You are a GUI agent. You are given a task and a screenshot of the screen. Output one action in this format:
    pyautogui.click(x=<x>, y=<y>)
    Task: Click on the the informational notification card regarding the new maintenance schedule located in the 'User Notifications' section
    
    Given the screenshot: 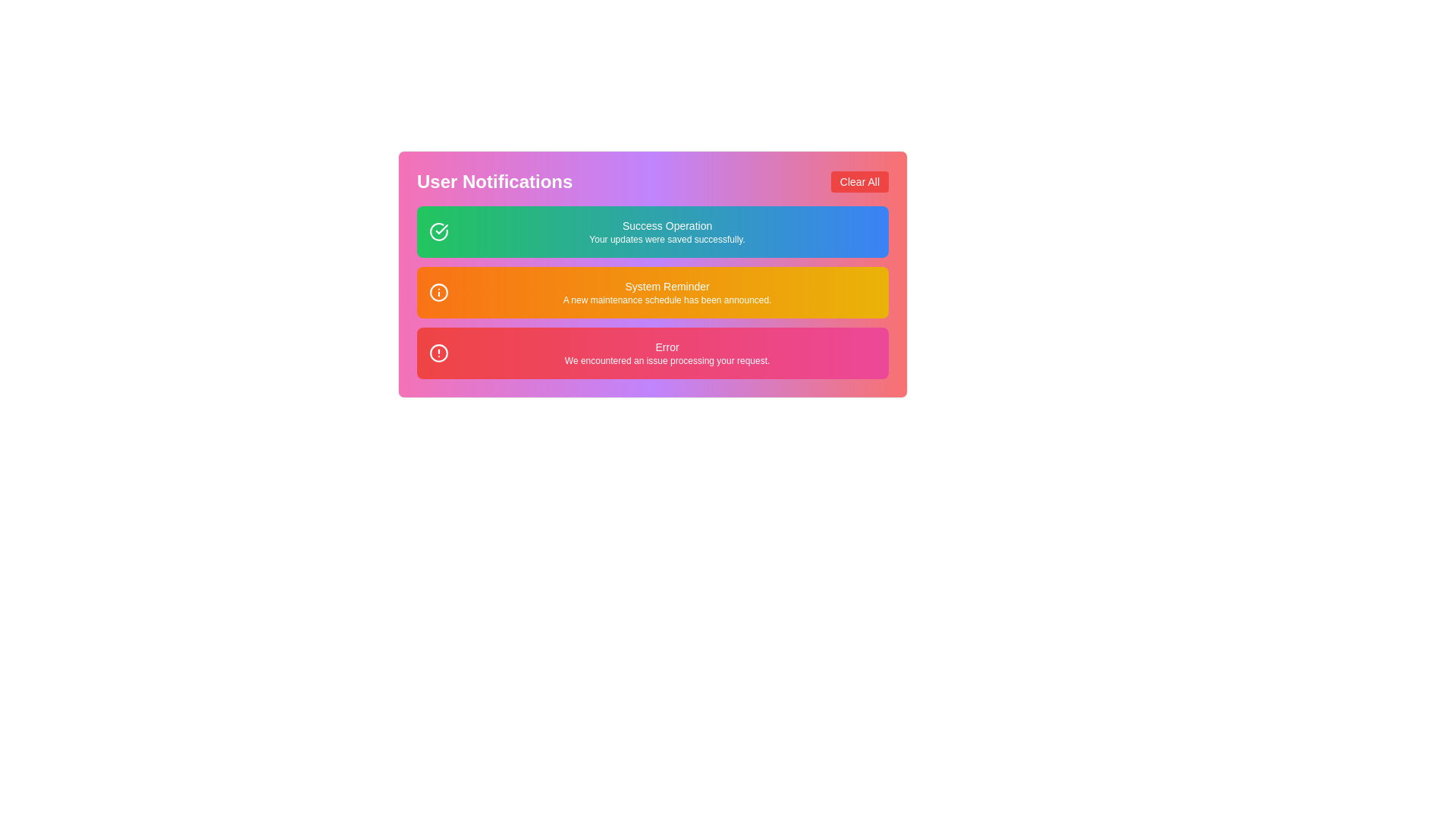 What is the action you would take?
    pyautogui.click(x=652, y=275)
    